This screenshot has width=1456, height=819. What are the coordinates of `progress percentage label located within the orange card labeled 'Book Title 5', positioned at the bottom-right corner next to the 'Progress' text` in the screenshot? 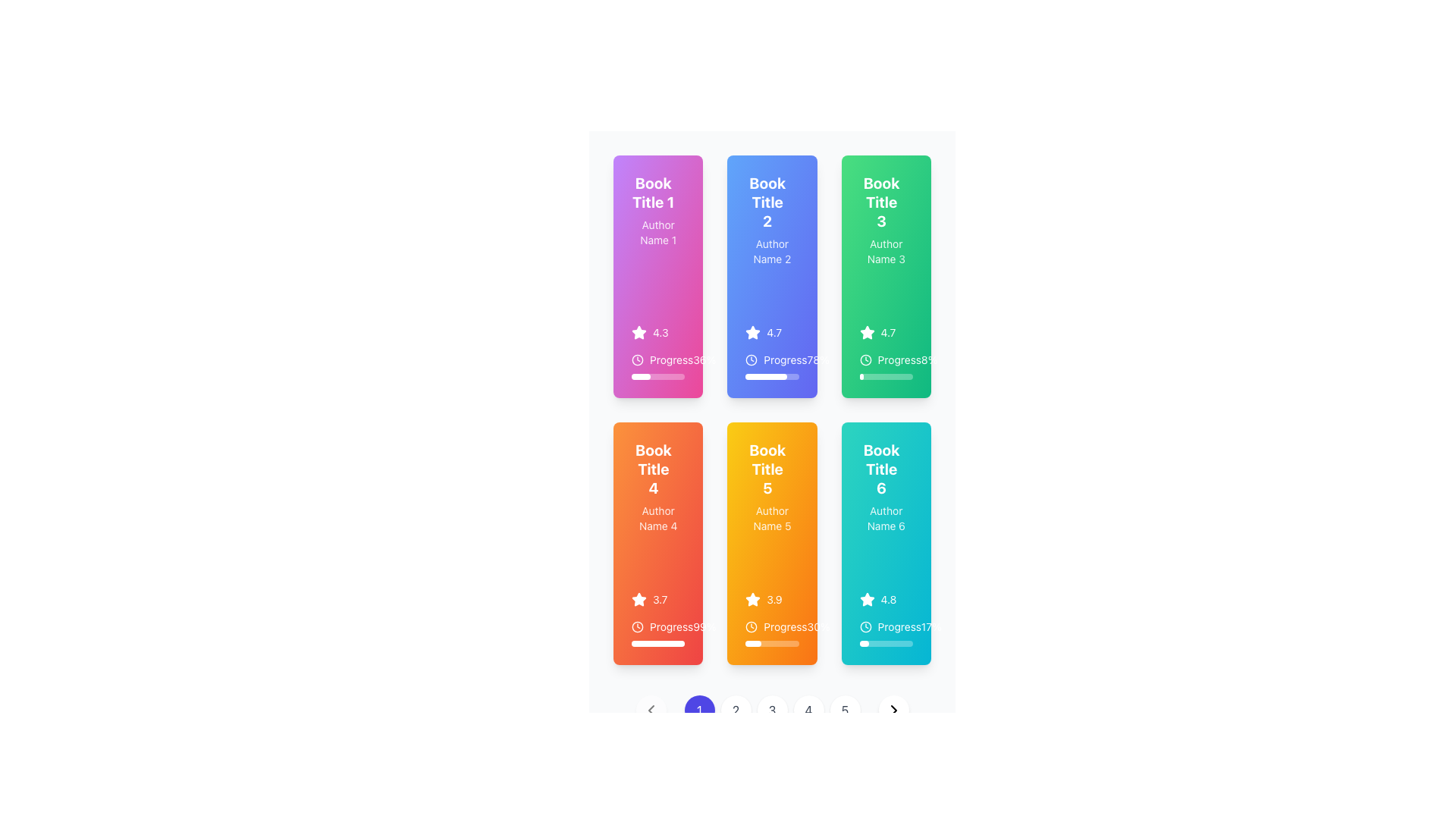 It's located at (817, 626).